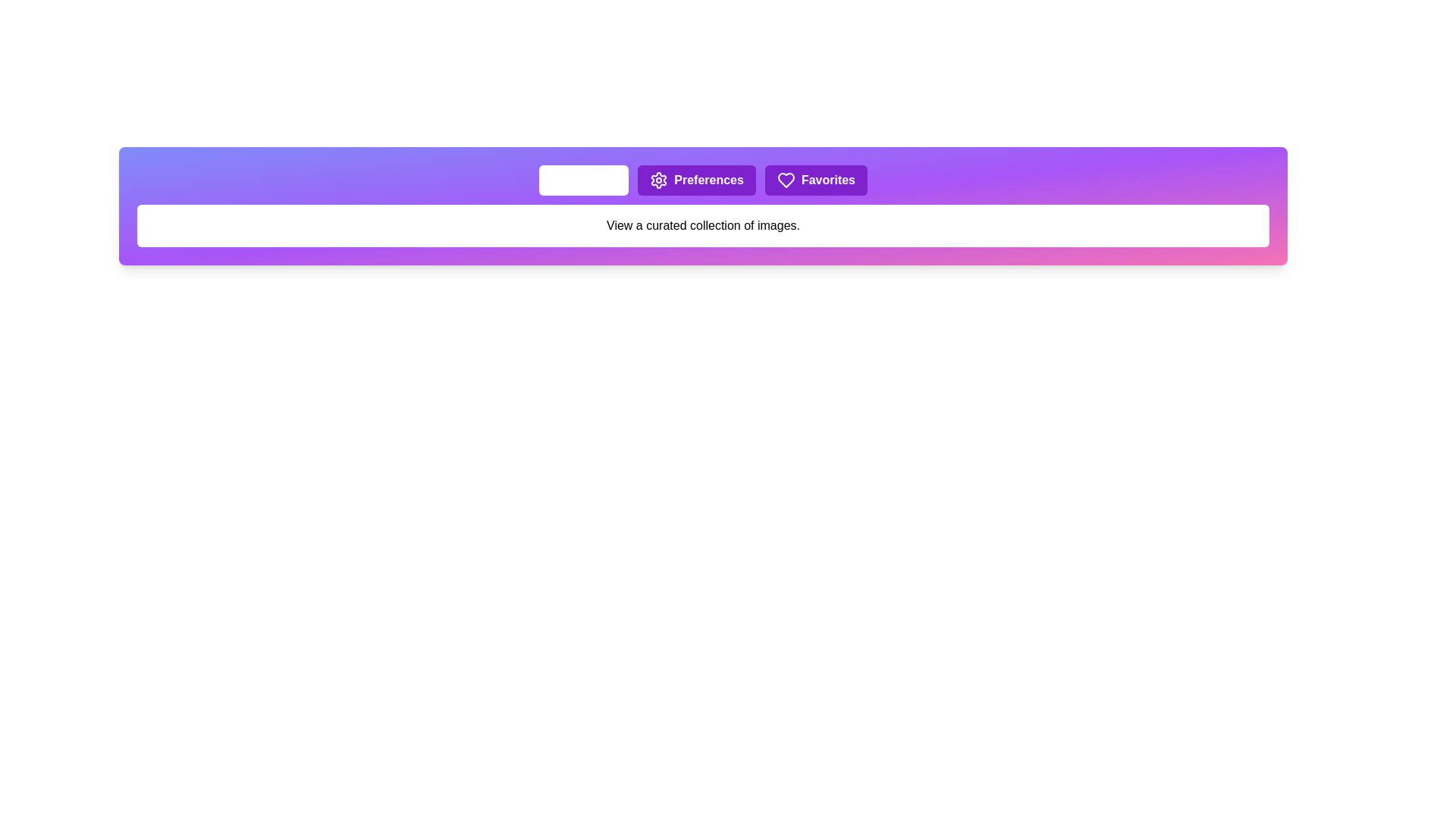 This screenshot has width=1456, height=819. Describe the element at coordinates (582, 180) in the screenshot. I see `the tab labeled Gallery` at that location.